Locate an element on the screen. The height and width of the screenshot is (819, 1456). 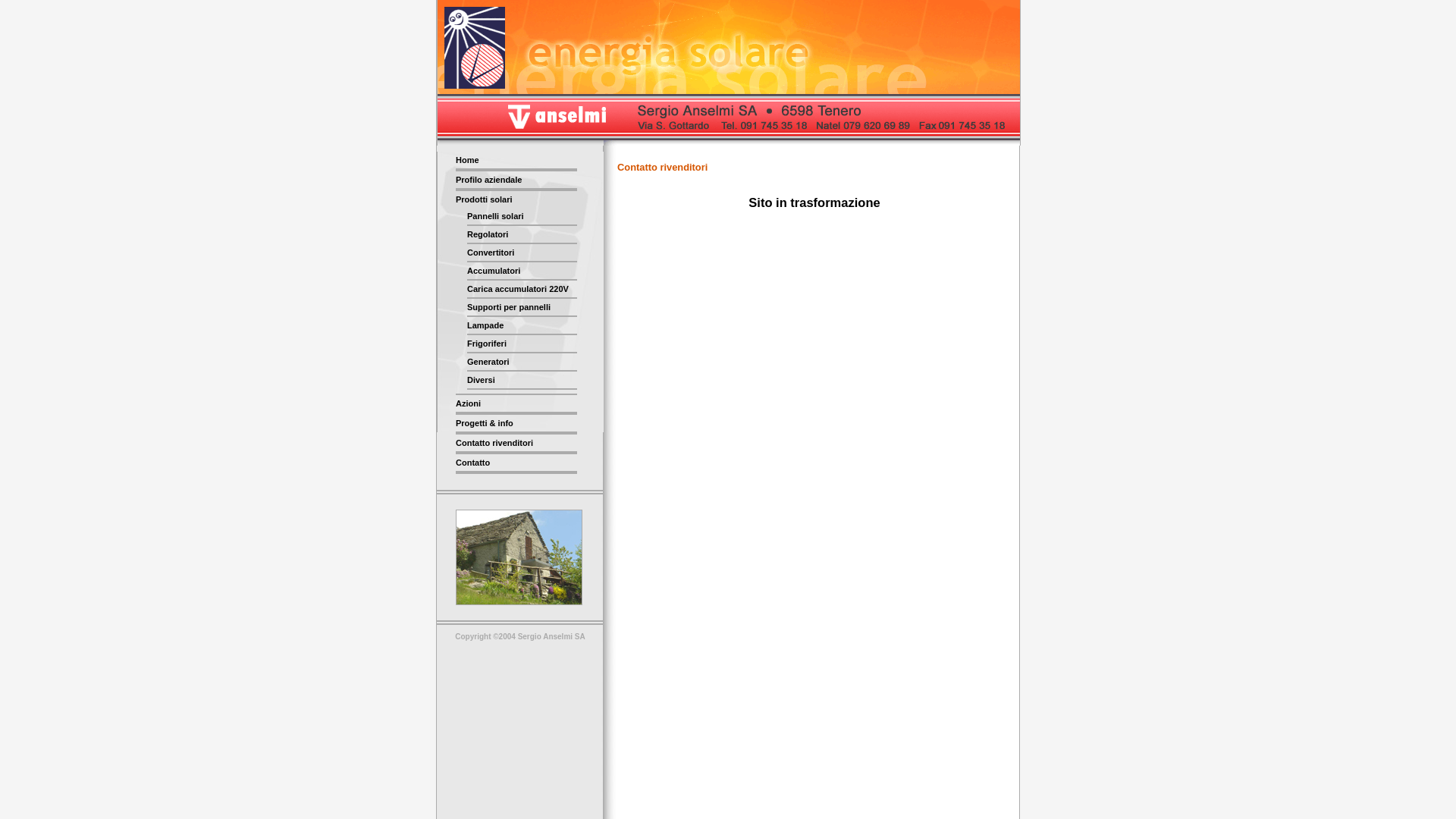
'Azioni' is located at coordinates (516, 403).